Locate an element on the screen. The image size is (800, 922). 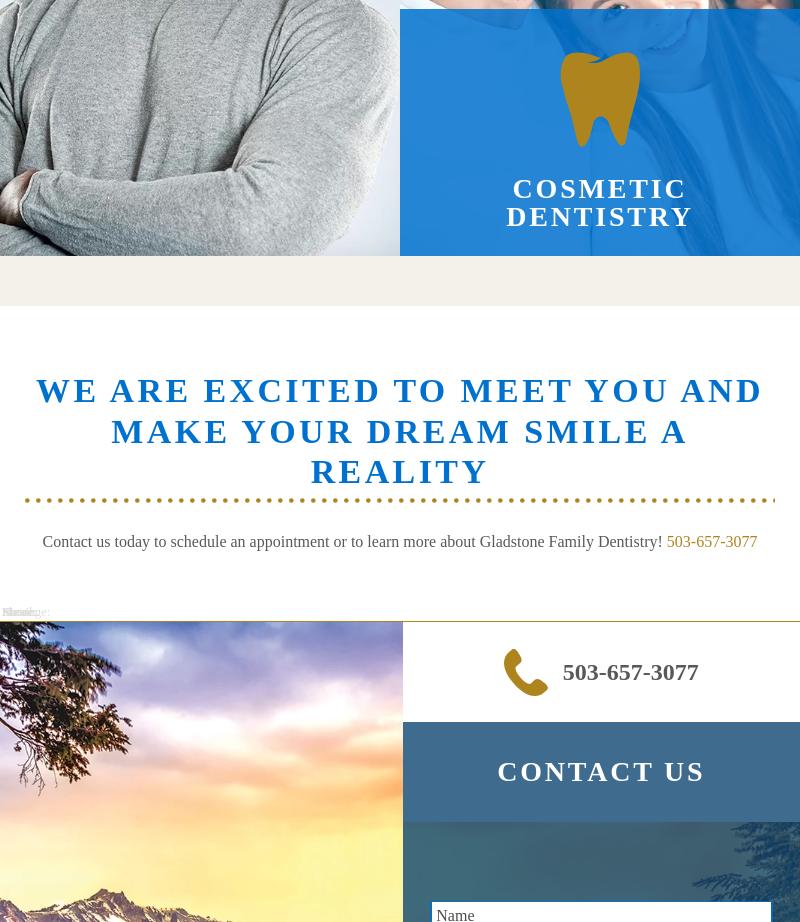
'Contact us today to schedule an appointment or to learn more about Gladstone Family Dentistry!' is located at coordinates (354, 541).